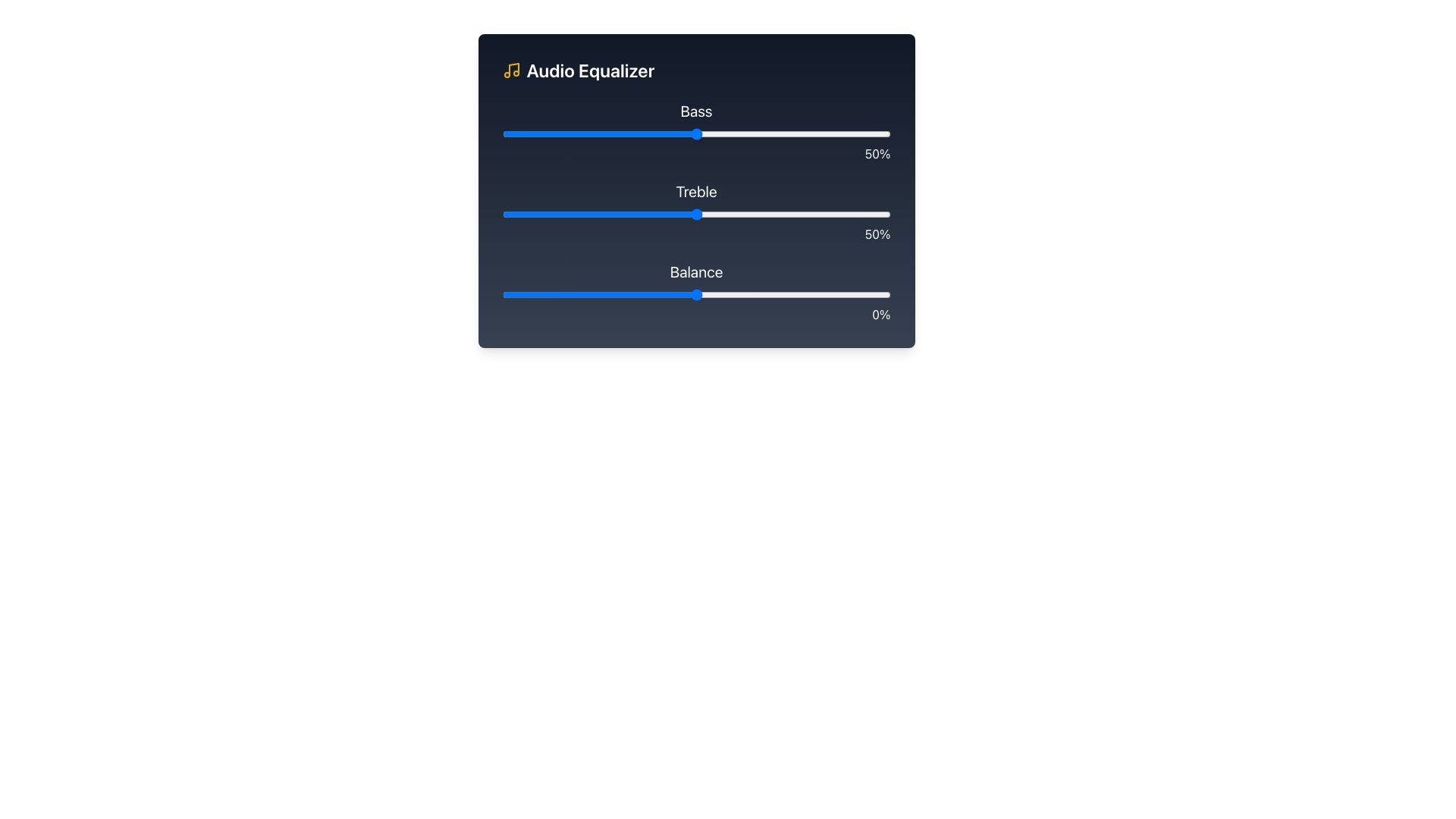 The width and height of the screenshot is (1456, 819). I want to click on balance, so click(626, 295).